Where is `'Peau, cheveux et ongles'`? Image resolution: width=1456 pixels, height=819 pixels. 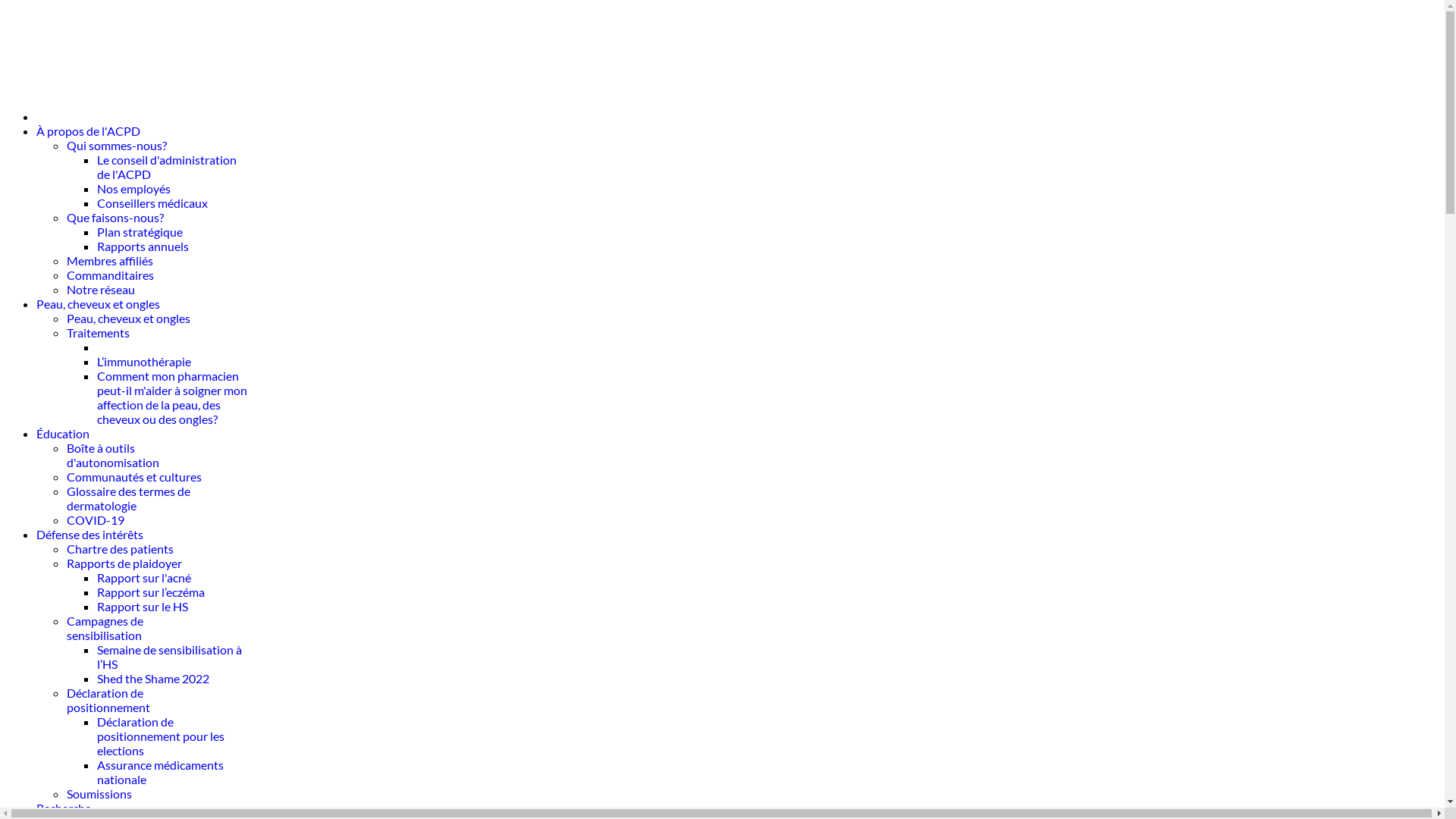
'Peau, cheveux et ongles' is located at coordinates (128, 317).